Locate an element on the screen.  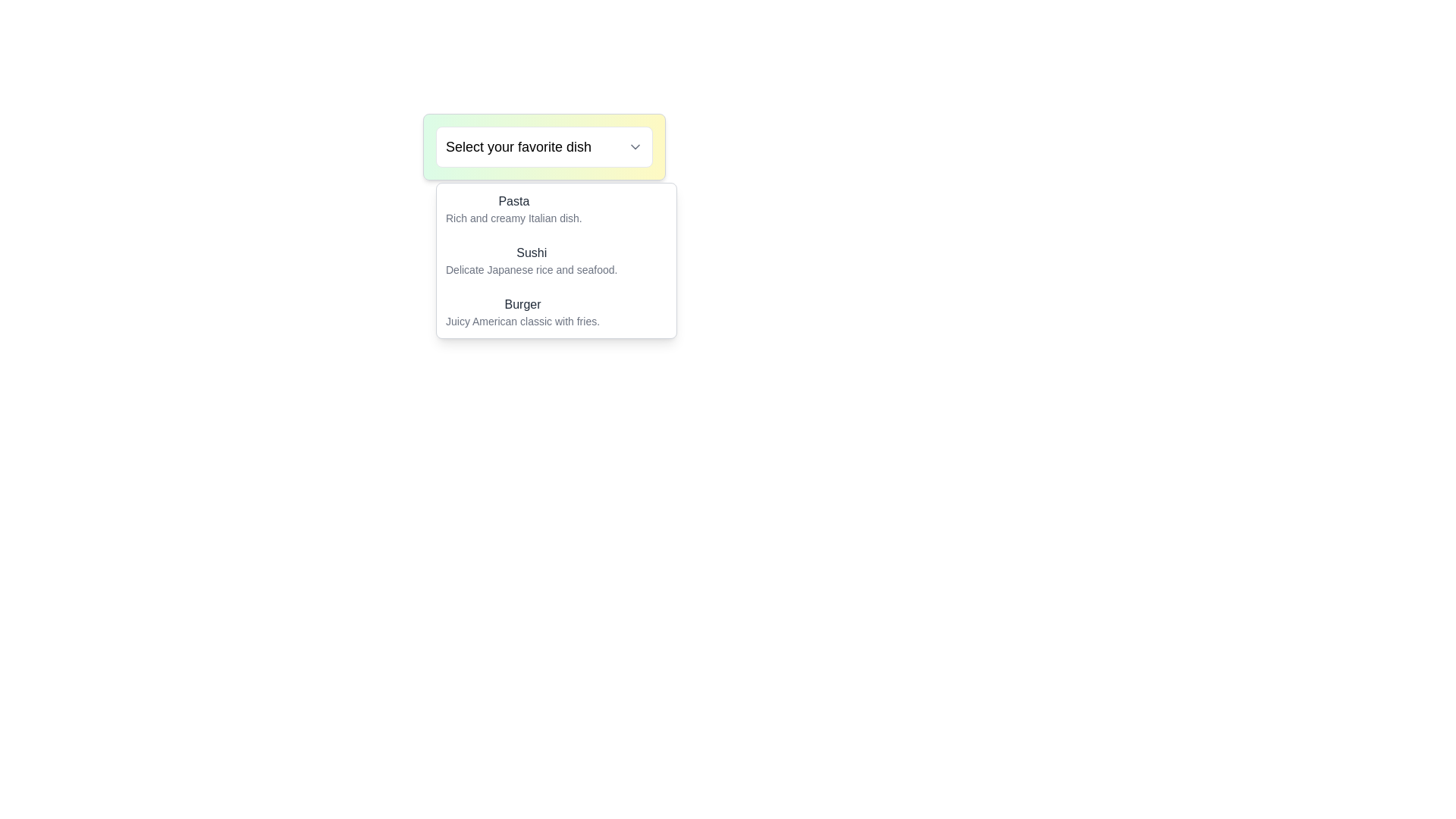
the downward-pointing chevron icon in the dropdown menu labeled 'Select your favorite dish' is located at coordinates (635, 146).